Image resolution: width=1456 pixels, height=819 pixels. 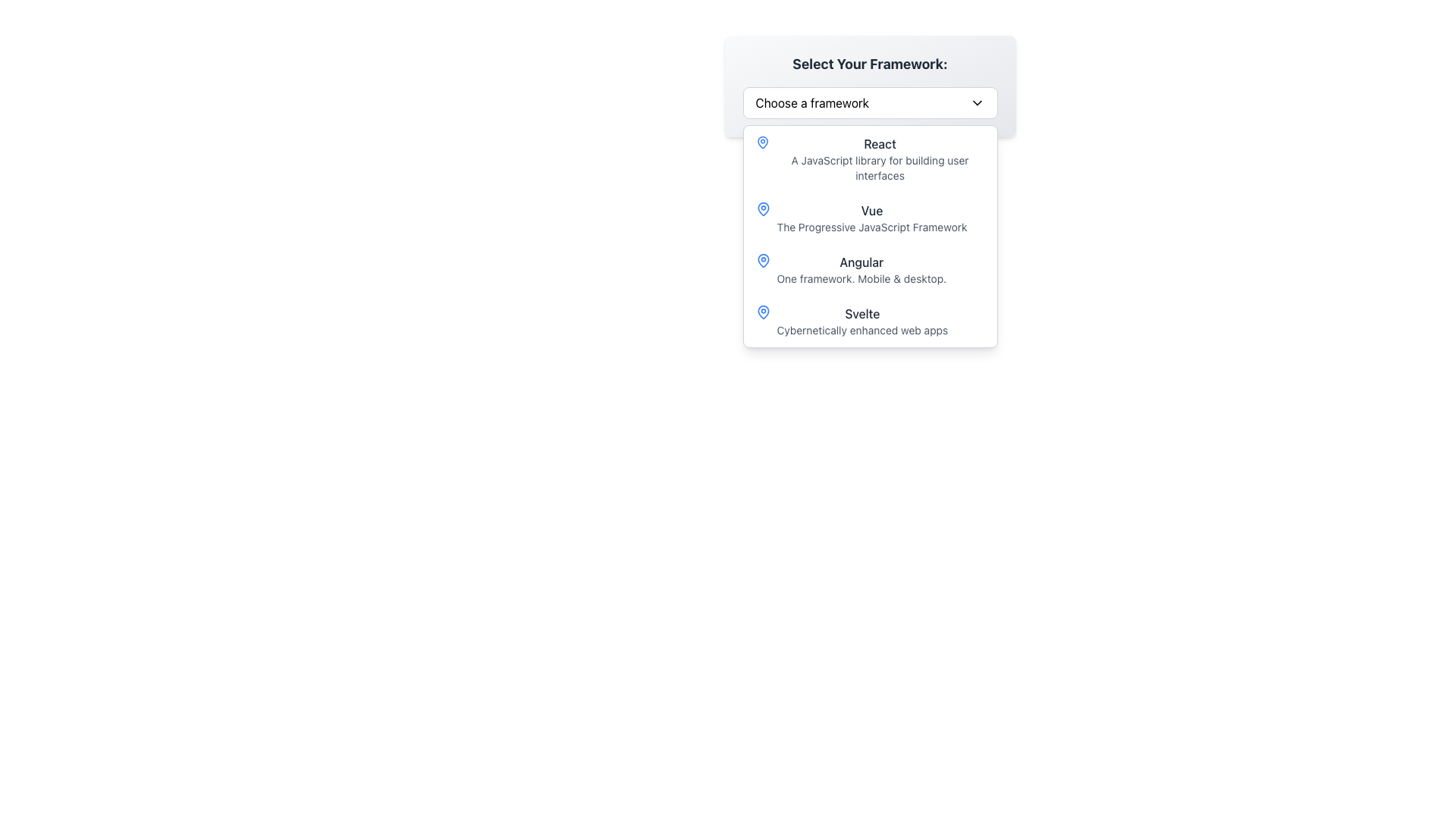 I want to click on the map pin style icon representing the framework options in the dropdown list, located to the left of the text, so click(x=762, y=143).